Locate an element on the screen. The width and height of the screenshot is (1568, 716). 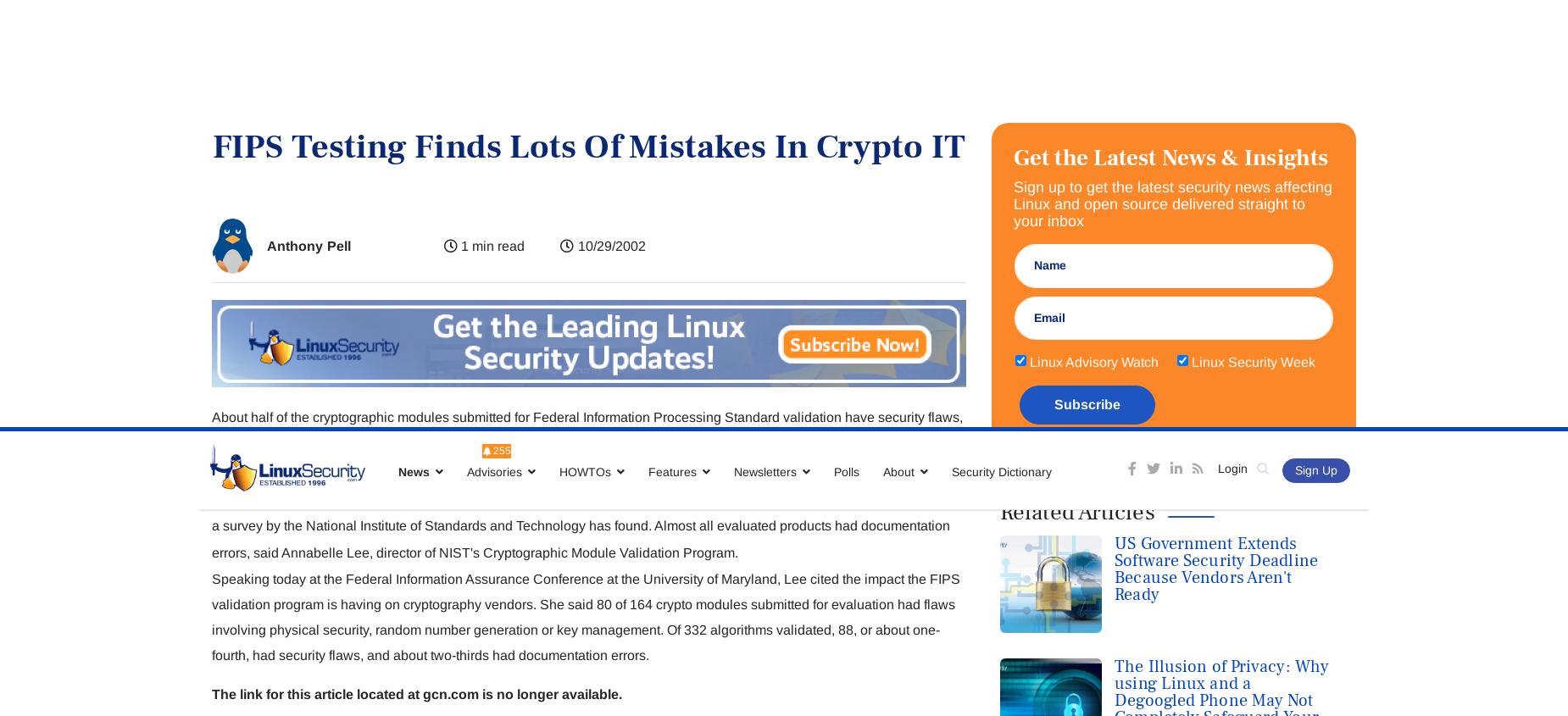
'Related Articles' is located at coordinates (1076, 85).